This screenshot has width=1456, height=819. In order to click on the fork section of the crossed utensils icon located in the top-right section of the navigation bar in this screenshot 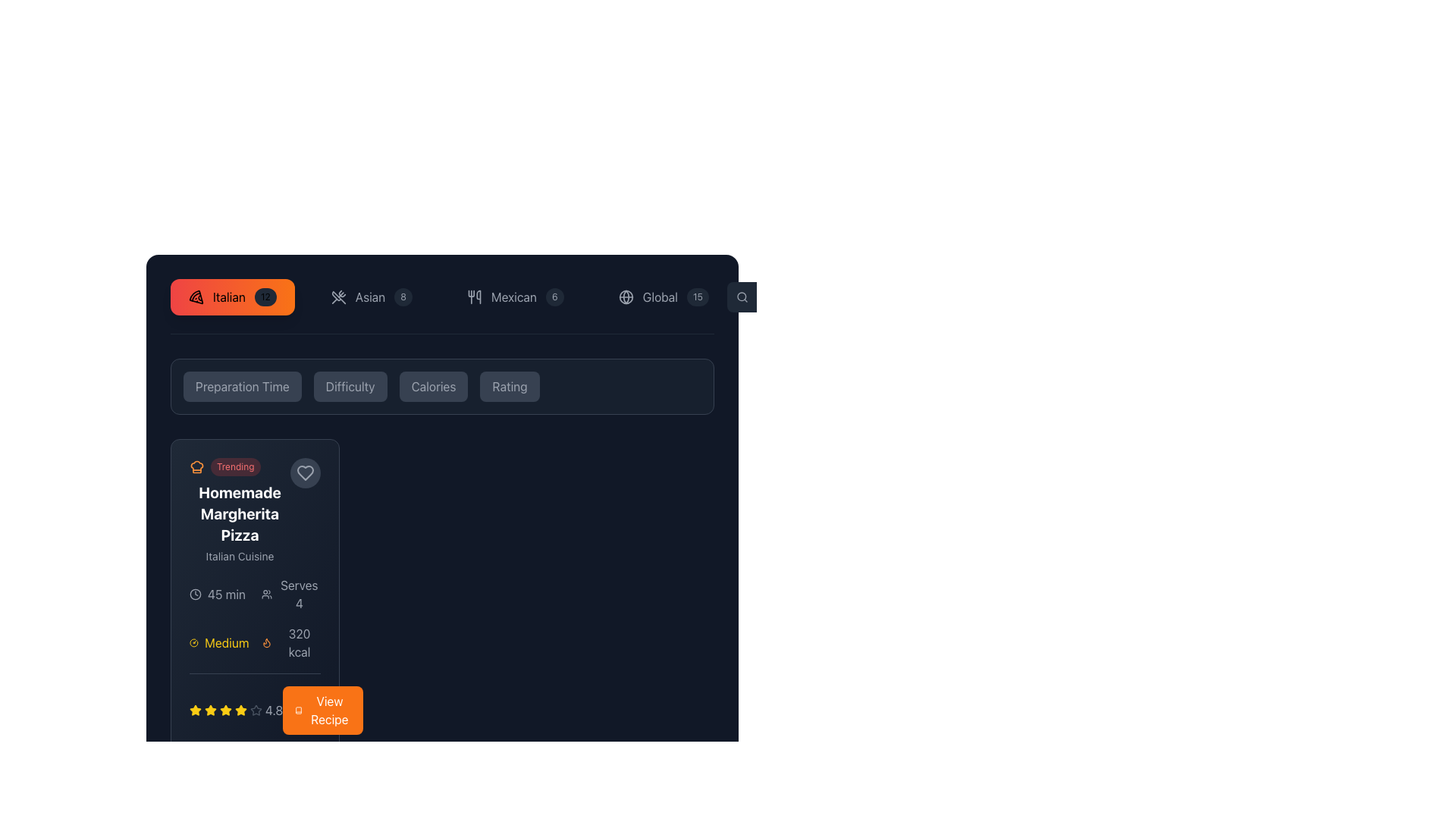, I will do `click(337, 297)`.